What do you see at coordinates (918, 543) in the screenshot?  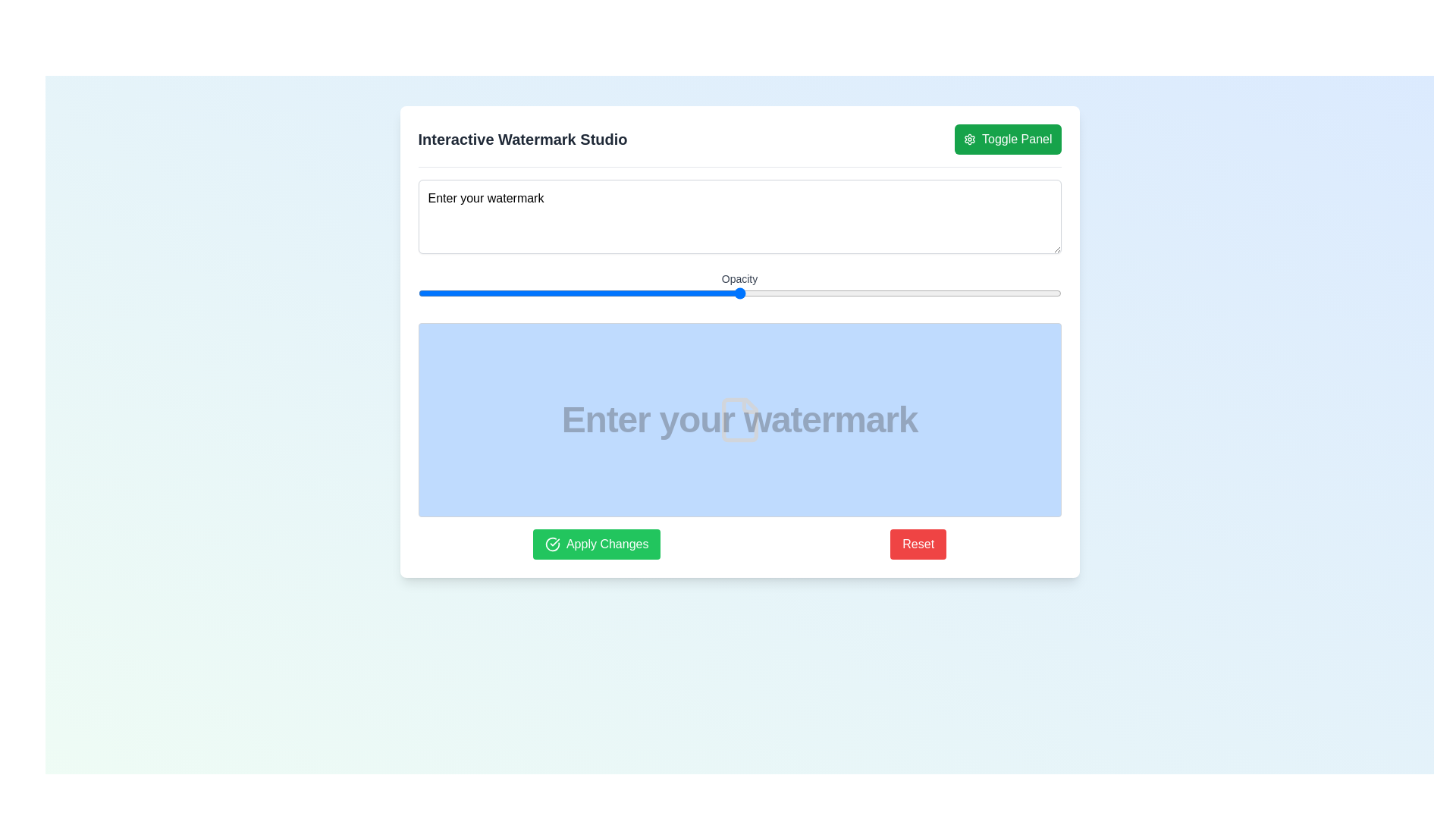 I see `the rectangular red button labeled 'Reset' to observe the styling changes` at bounding box center [918, 543].